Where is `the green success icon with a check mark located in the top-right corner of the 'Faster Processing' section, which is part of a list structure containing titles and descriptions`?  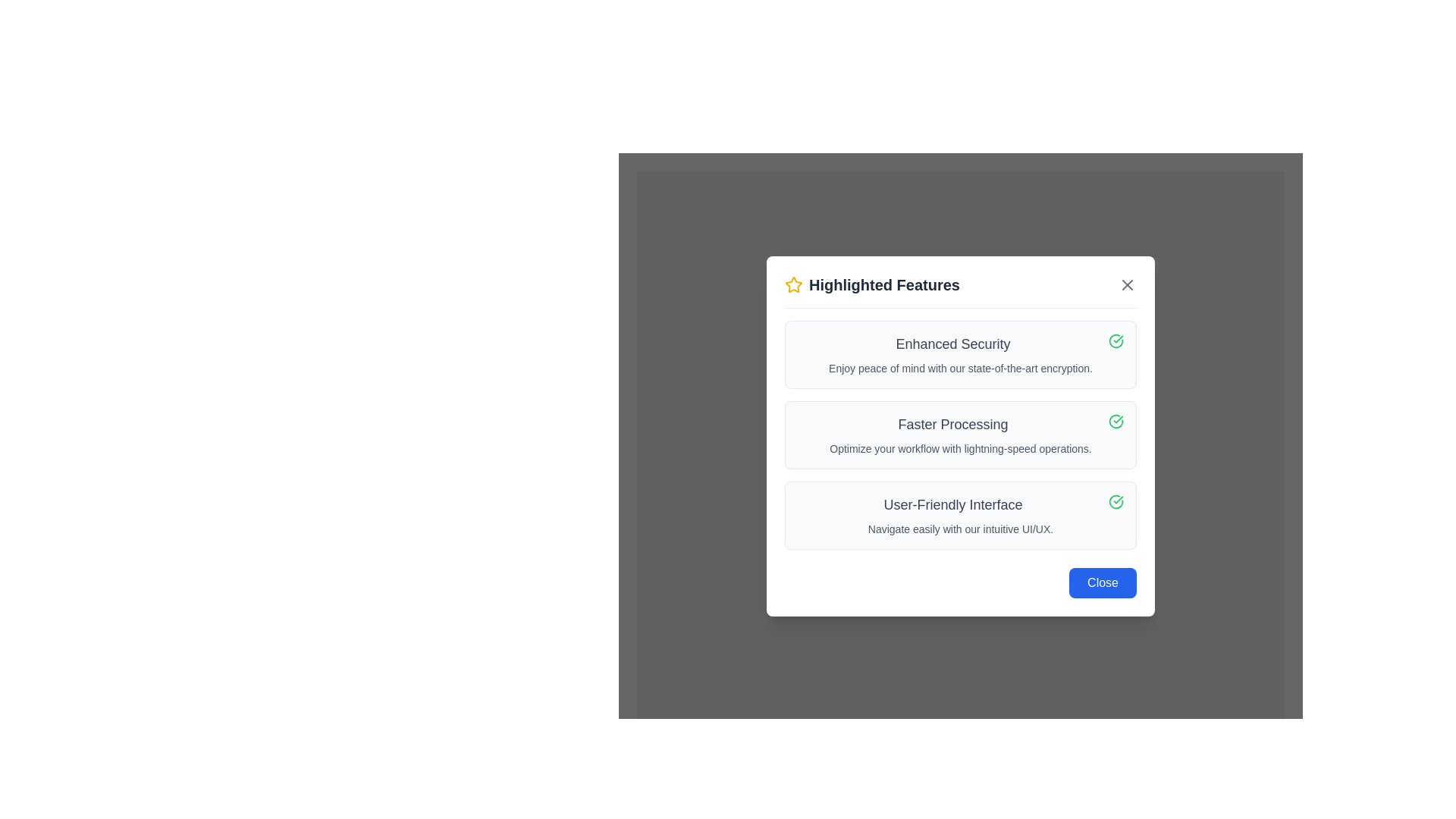
the green success icon with a check mark located in the top-right corner of the 'Faster Processing' section, which is part of a list structure containing titles and descriptions is located at coordinates (1116, 421).